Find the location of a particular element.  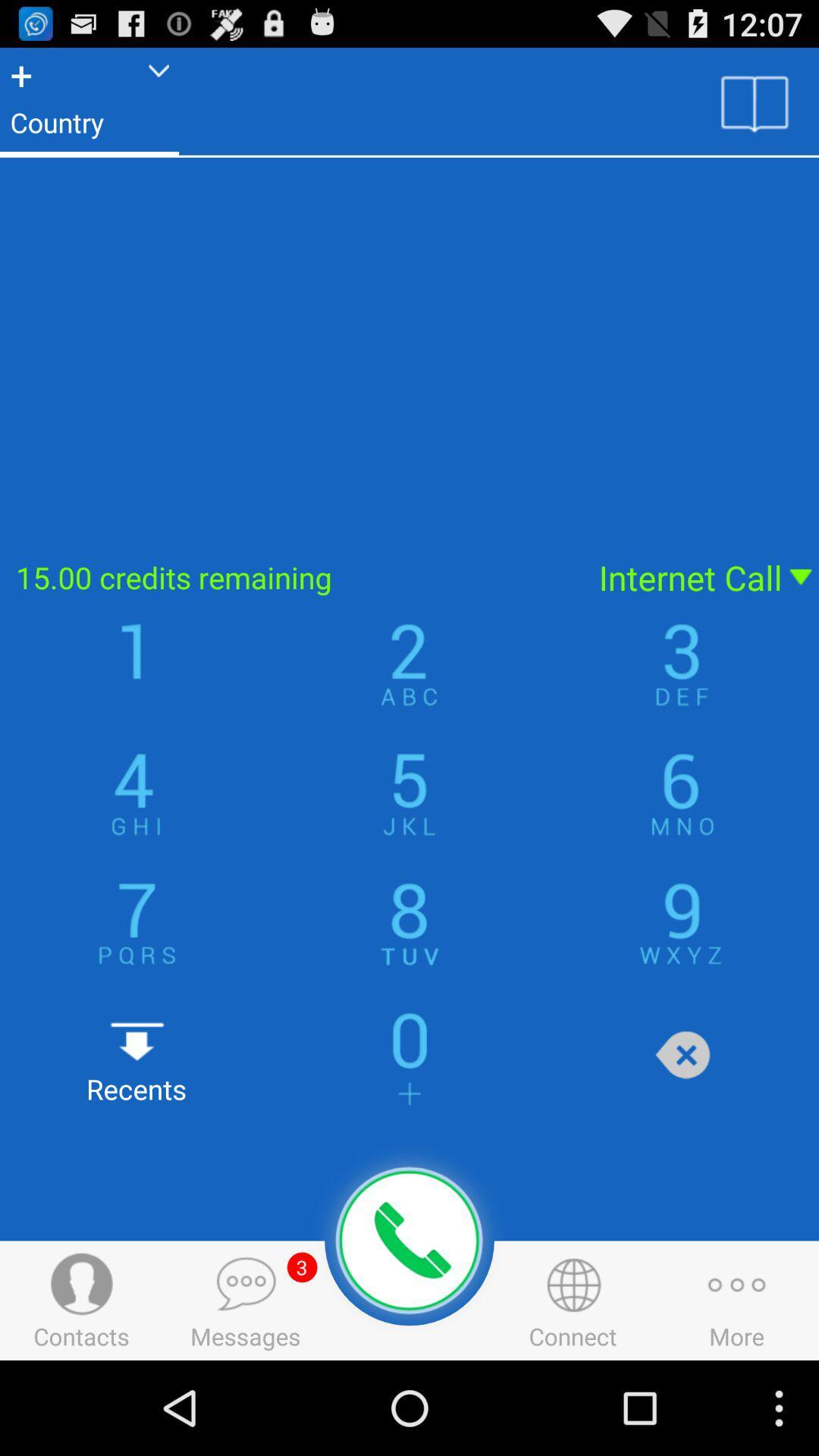

contacts is located at coordinates (755, 102).